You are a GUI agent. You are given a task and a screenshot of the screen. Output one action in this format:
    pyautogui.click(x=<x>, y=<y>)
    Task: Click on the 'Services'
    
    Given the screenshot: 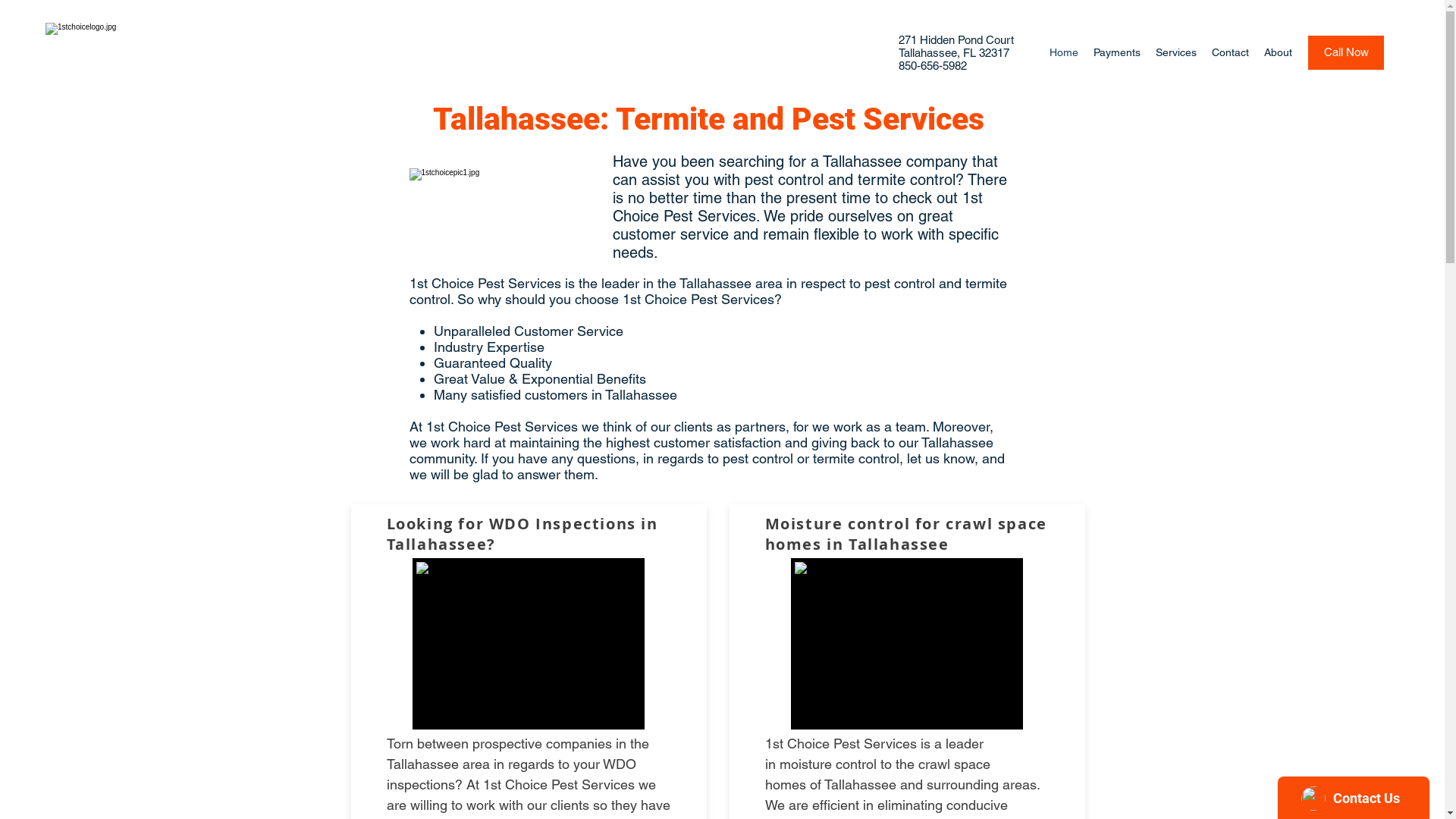 What is the action you would take?
    pyautogui.click(x=1175, y=52)
    